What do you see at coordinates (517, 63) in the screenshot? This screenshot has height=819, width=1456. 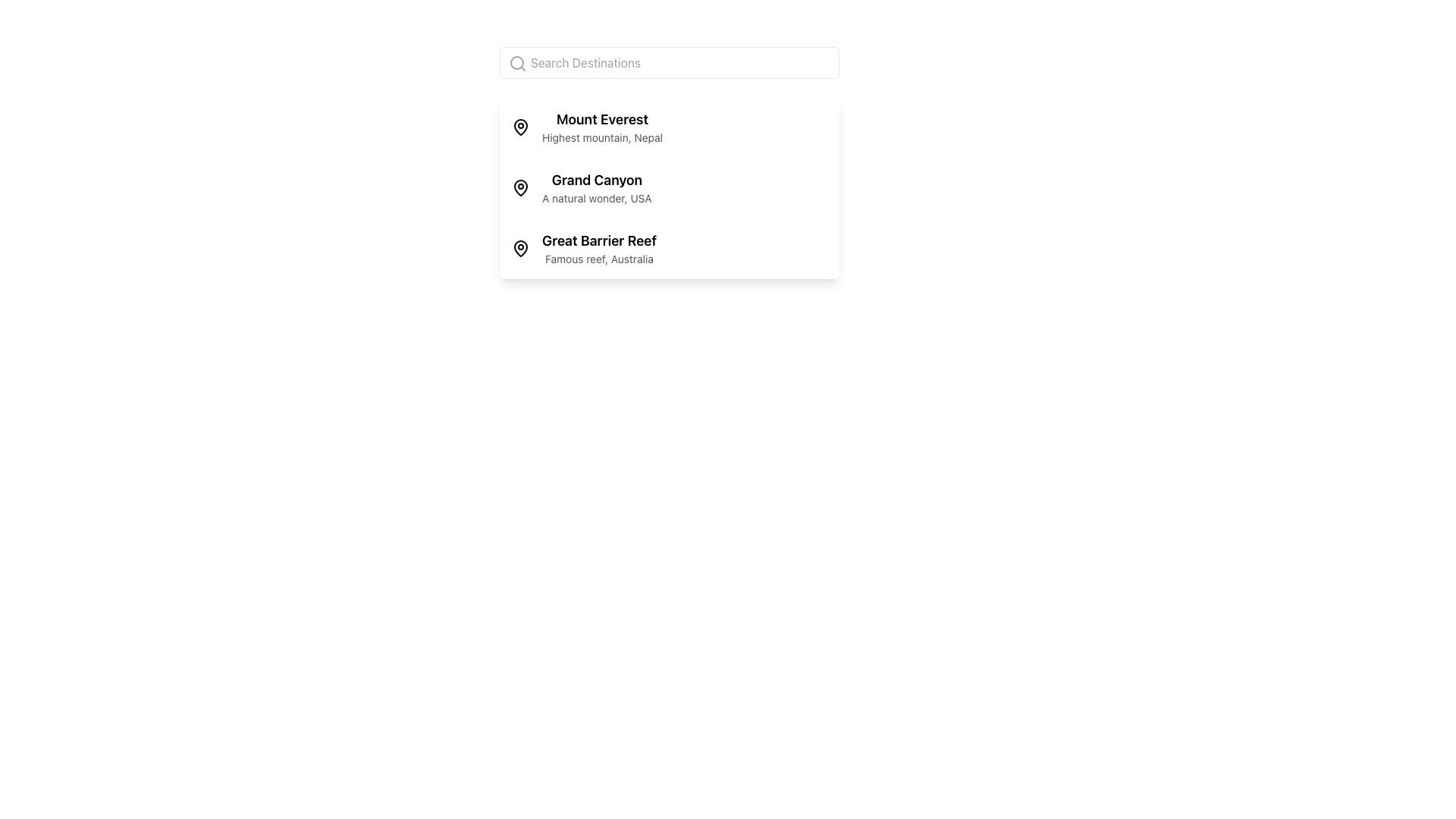 I see `the search icon styled with a magnifying glass graphic located at the far left side of the search input field adjacent to the text placeholder 'Search Destinations.'` at bounding box center [517, 63].